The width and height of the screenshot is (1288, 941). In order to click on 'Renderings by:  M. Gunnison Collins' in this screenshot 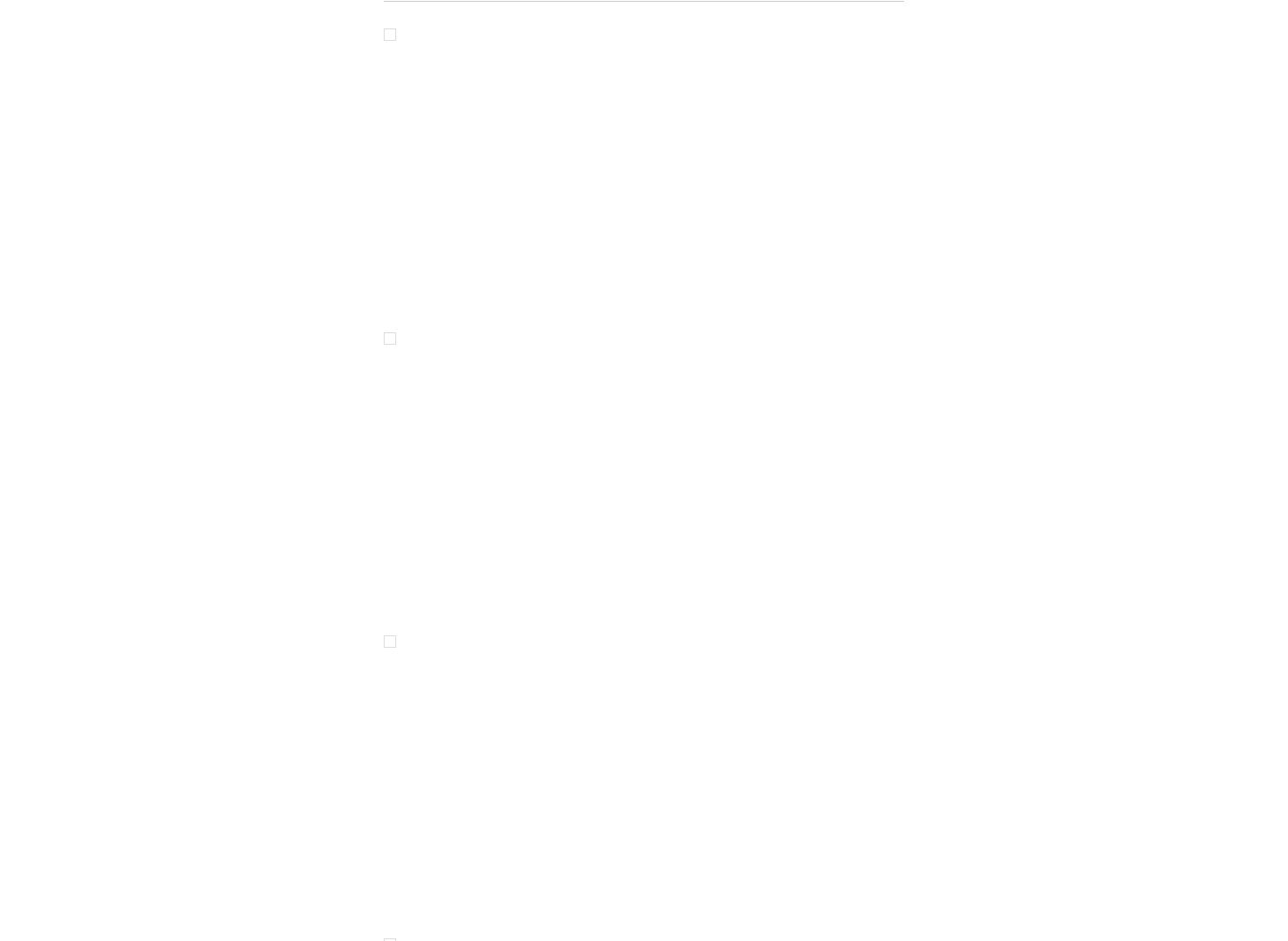, I will do `click(790, 251)`.